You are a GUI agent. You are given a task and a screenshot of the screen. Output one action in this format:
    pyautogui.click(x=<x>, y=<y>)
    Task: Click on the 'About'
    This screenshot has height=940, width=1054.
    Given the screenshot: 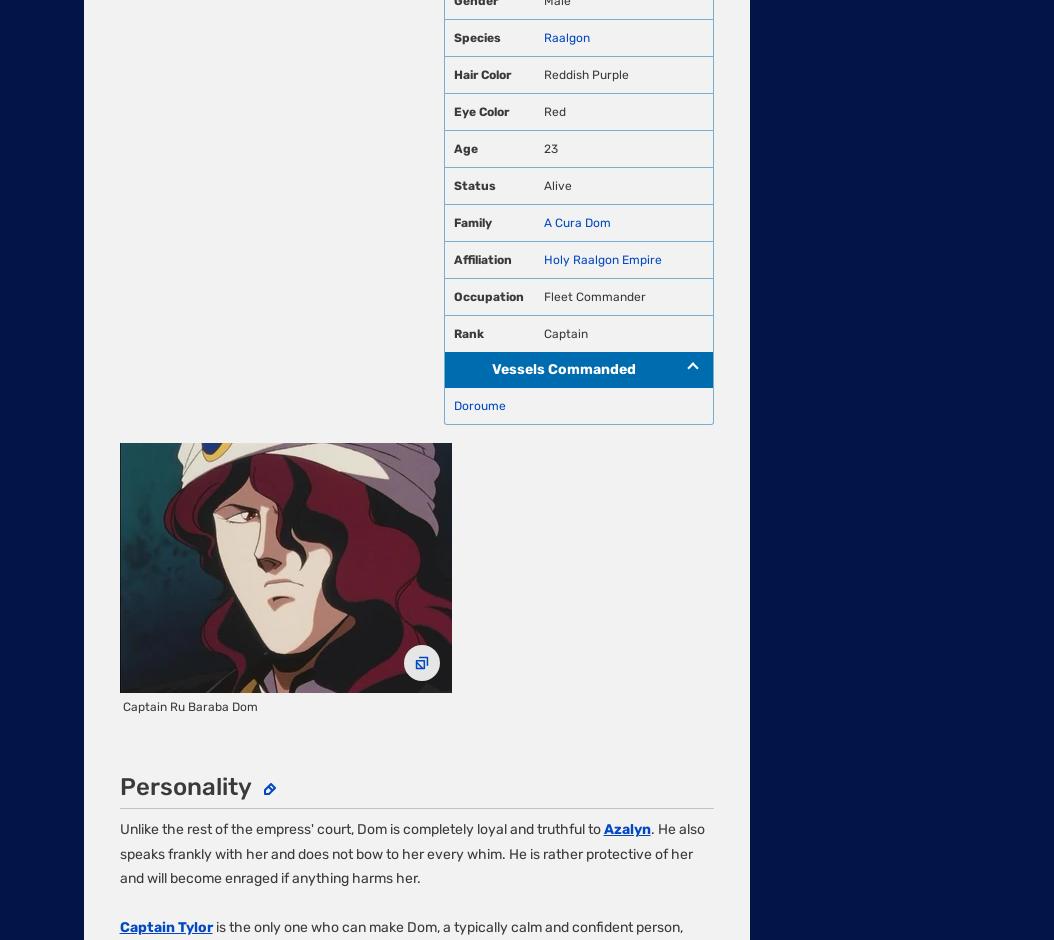 What is the action you would take?
    pyautogui.click(x=101, y=340)
    